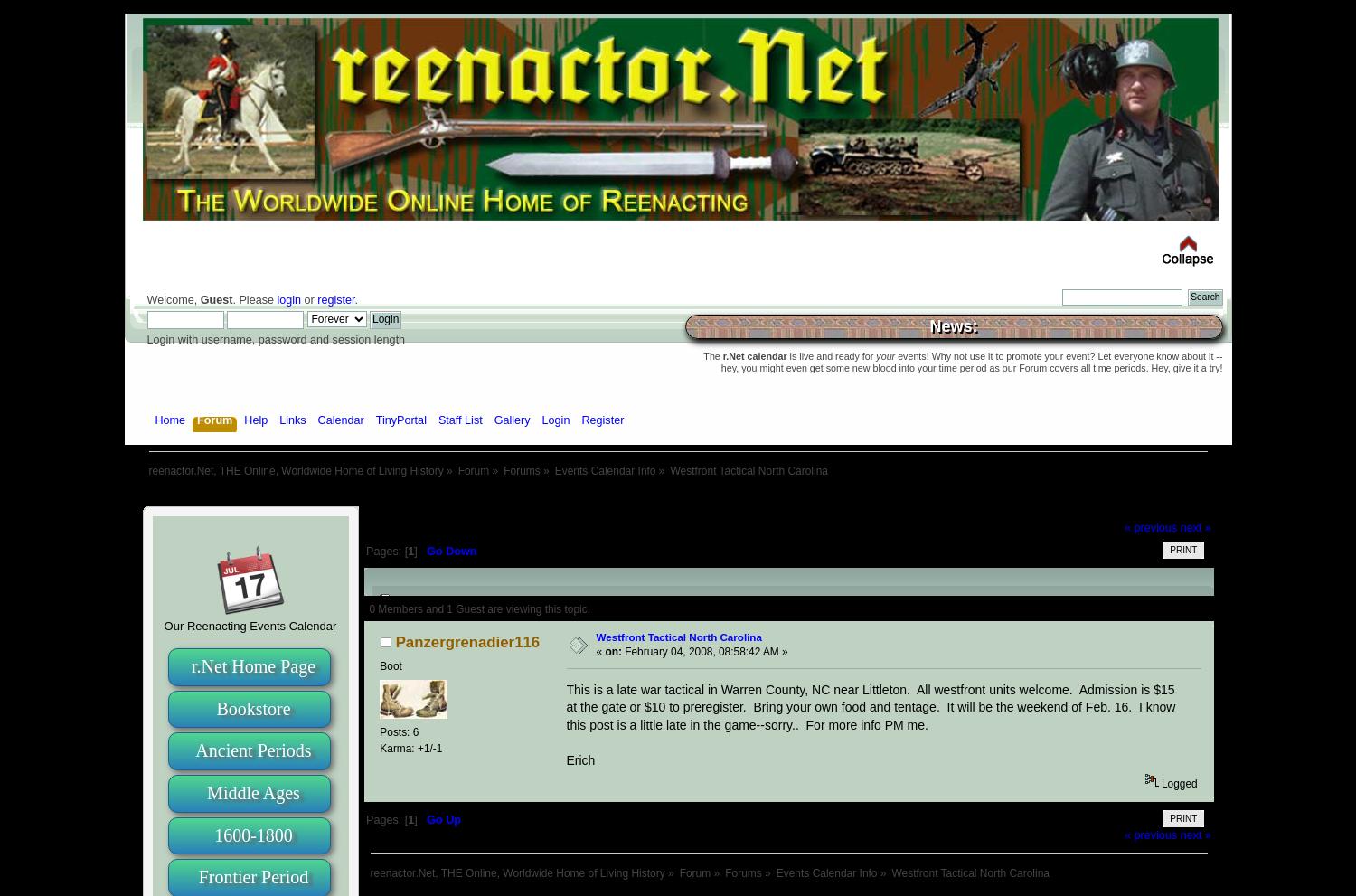 Image resolution: width=1356 pixels, height=896 pixels. Describe the element at coordinates (308, 299) in the screenshot. I see `'or'` at that location.